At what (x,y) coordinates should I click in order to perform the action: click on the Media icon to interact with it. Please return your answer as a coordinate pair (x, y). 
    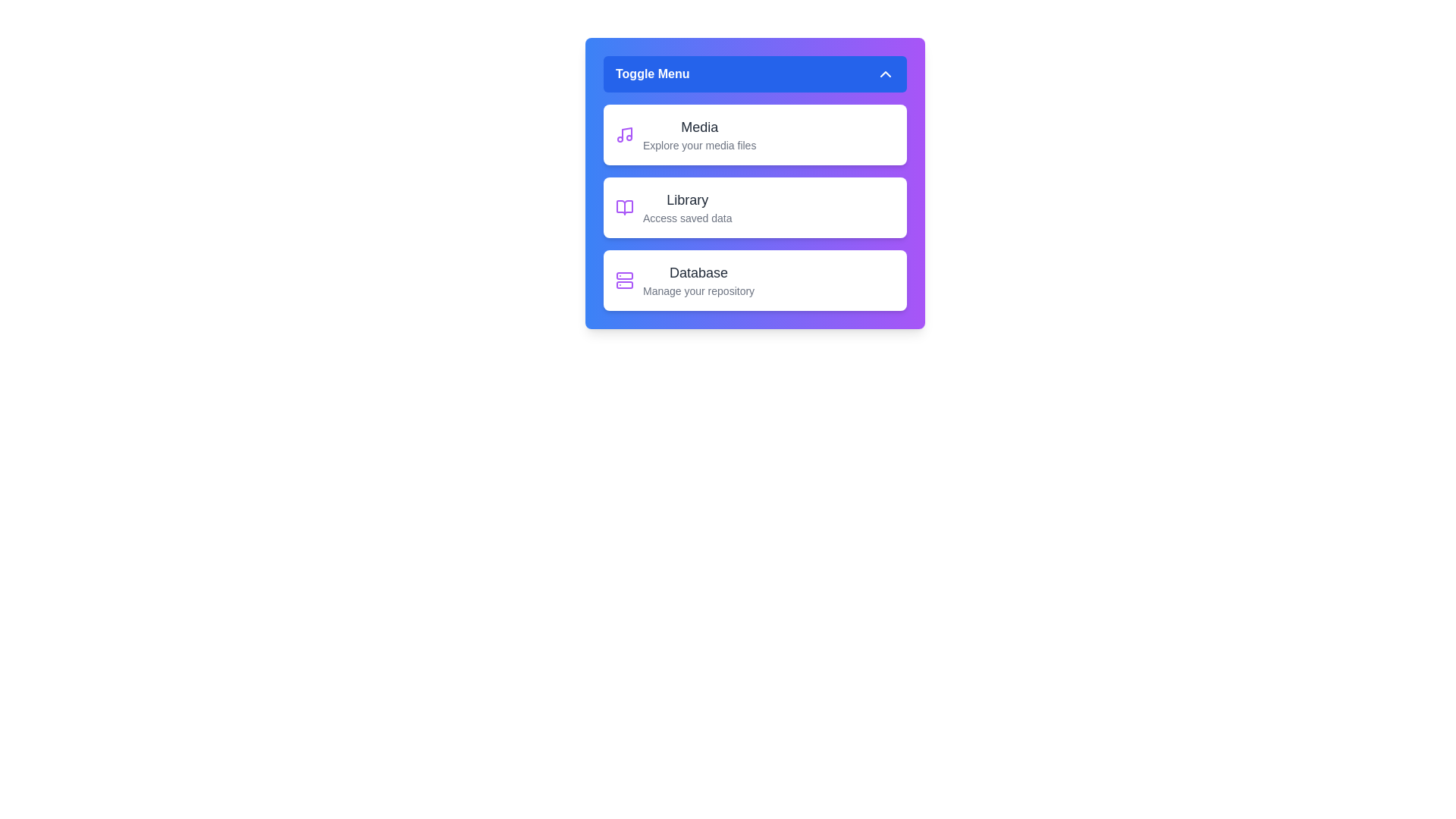
    Looking at the image, I should click on (625, 133).